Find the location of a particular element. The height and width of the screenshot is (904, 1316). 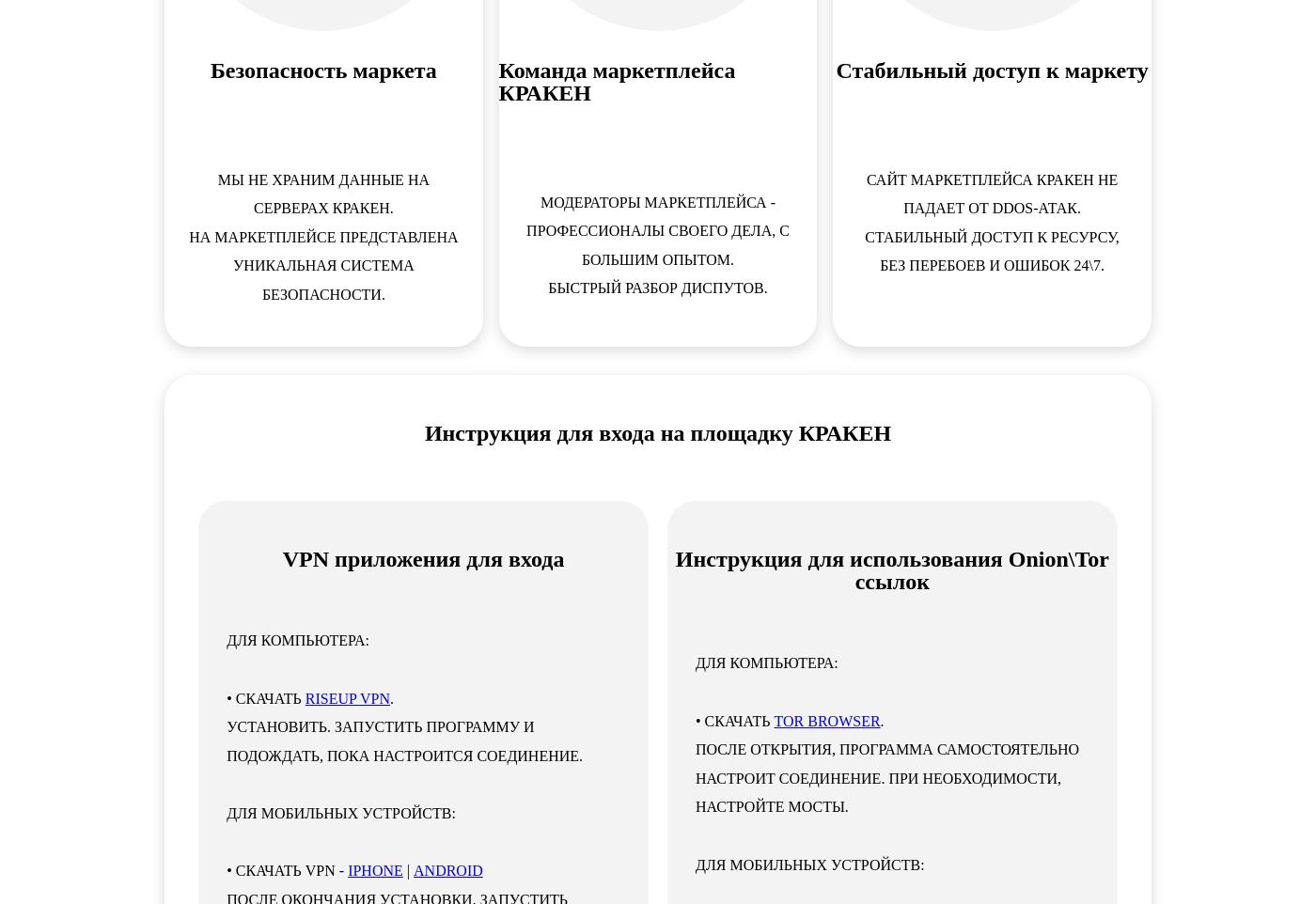

'Модераторы маркетплейса - профессионалы своего дела, с большим опытом.' is located at coordinates (657, 230).